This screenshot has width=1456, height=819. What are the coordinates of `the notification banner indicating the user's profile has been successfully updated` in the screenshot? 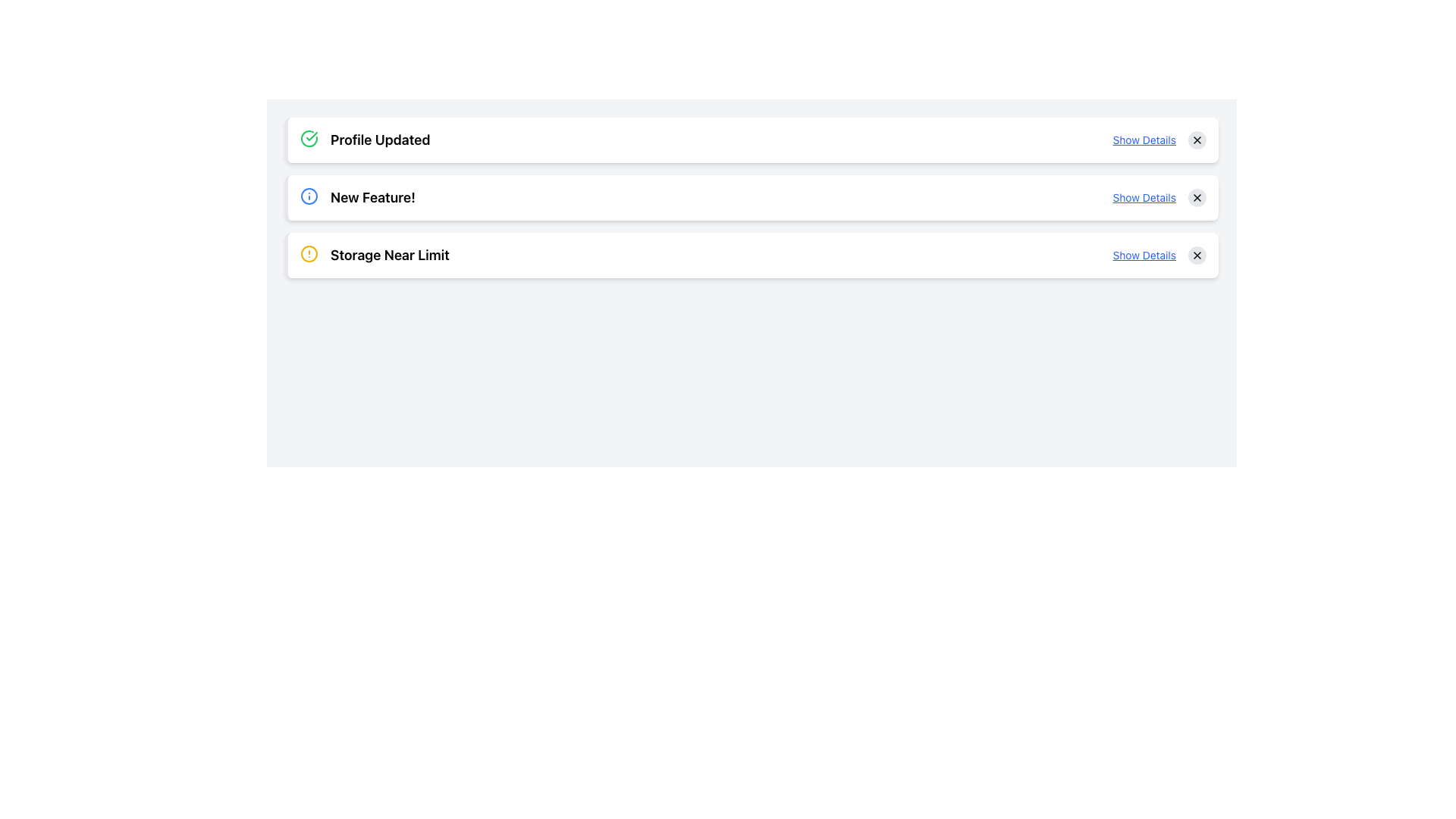 It's located at (365, 140).